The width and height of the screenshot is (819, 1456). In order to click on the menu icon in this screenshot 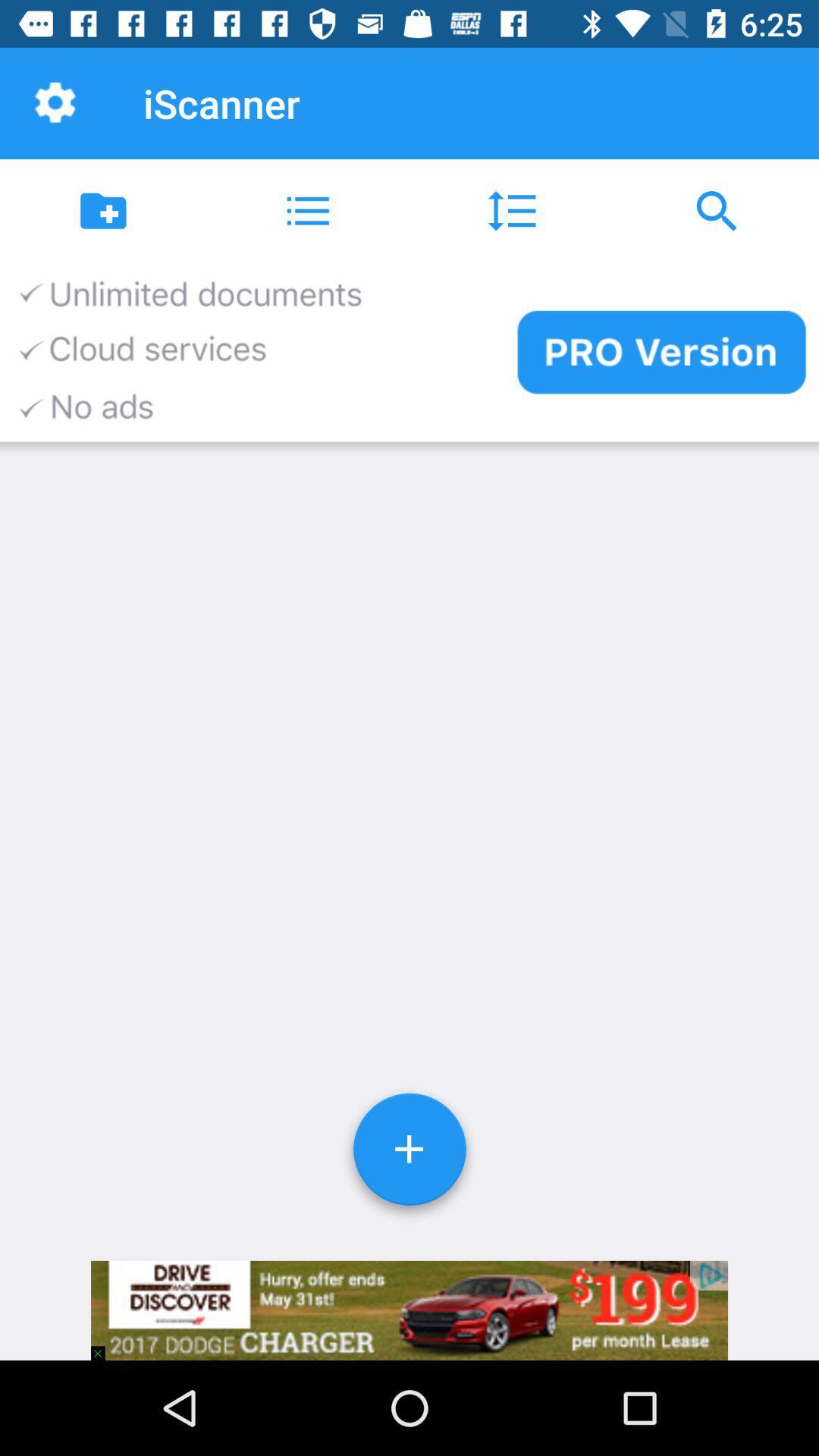, I will do `click(307, 210)`.